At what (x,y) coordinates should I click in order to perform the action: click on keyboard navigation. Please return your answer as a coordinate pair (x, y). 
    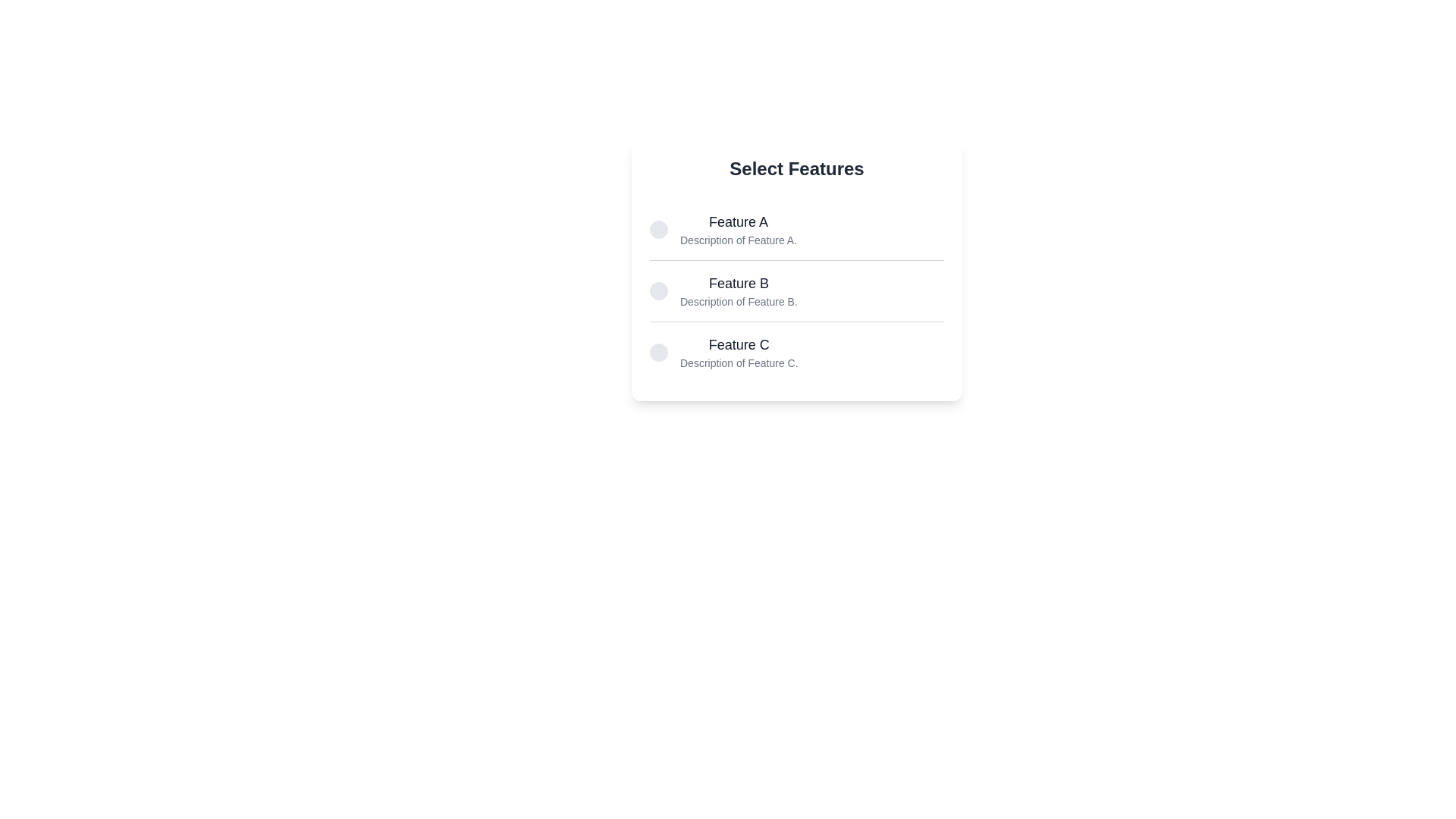
    Looking at the image, I should click on (739, 284).